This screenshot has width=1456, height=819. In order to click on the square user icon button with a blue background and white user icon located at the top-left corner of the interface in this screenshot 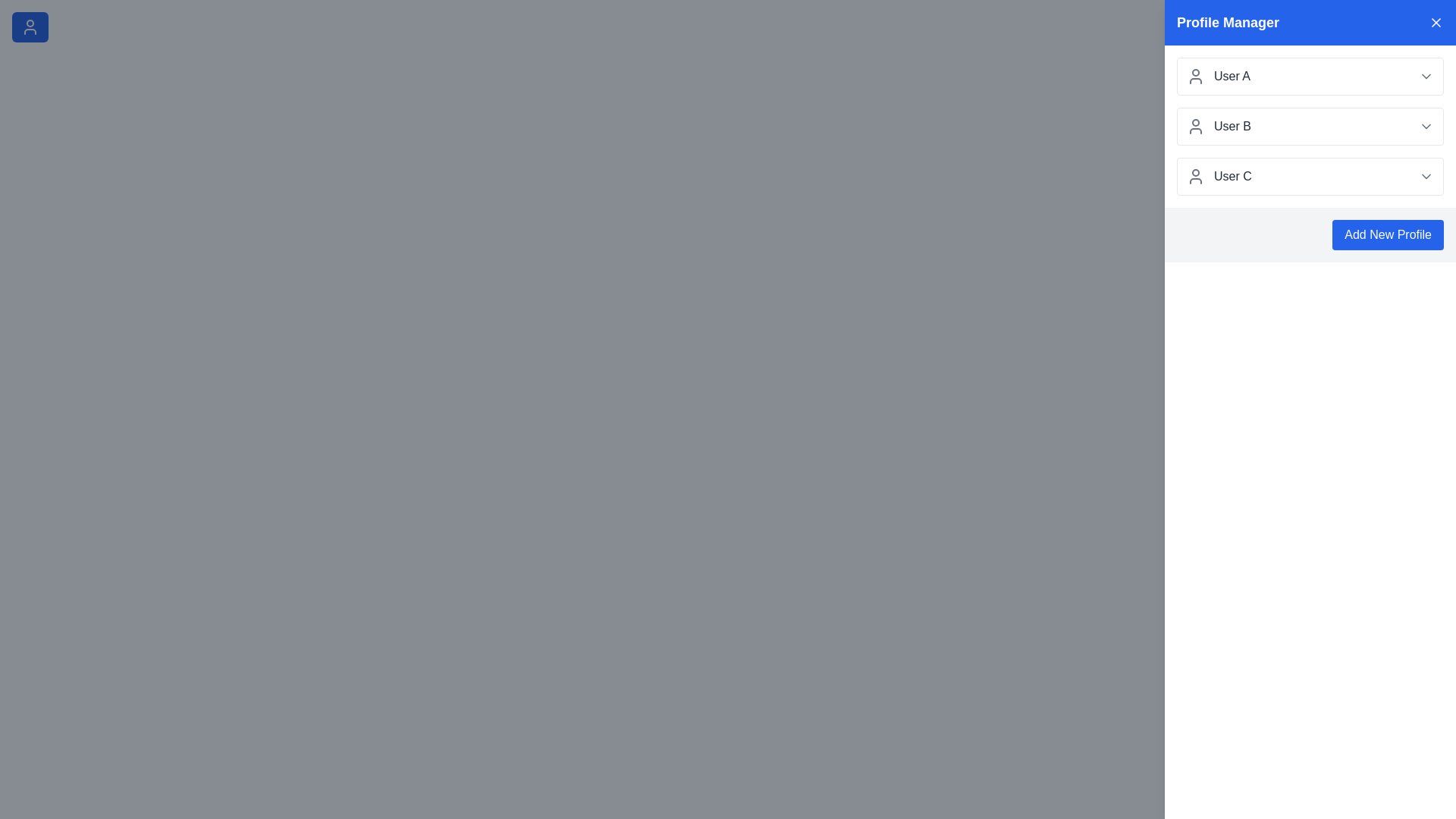, I will do `click(30, 27)`.